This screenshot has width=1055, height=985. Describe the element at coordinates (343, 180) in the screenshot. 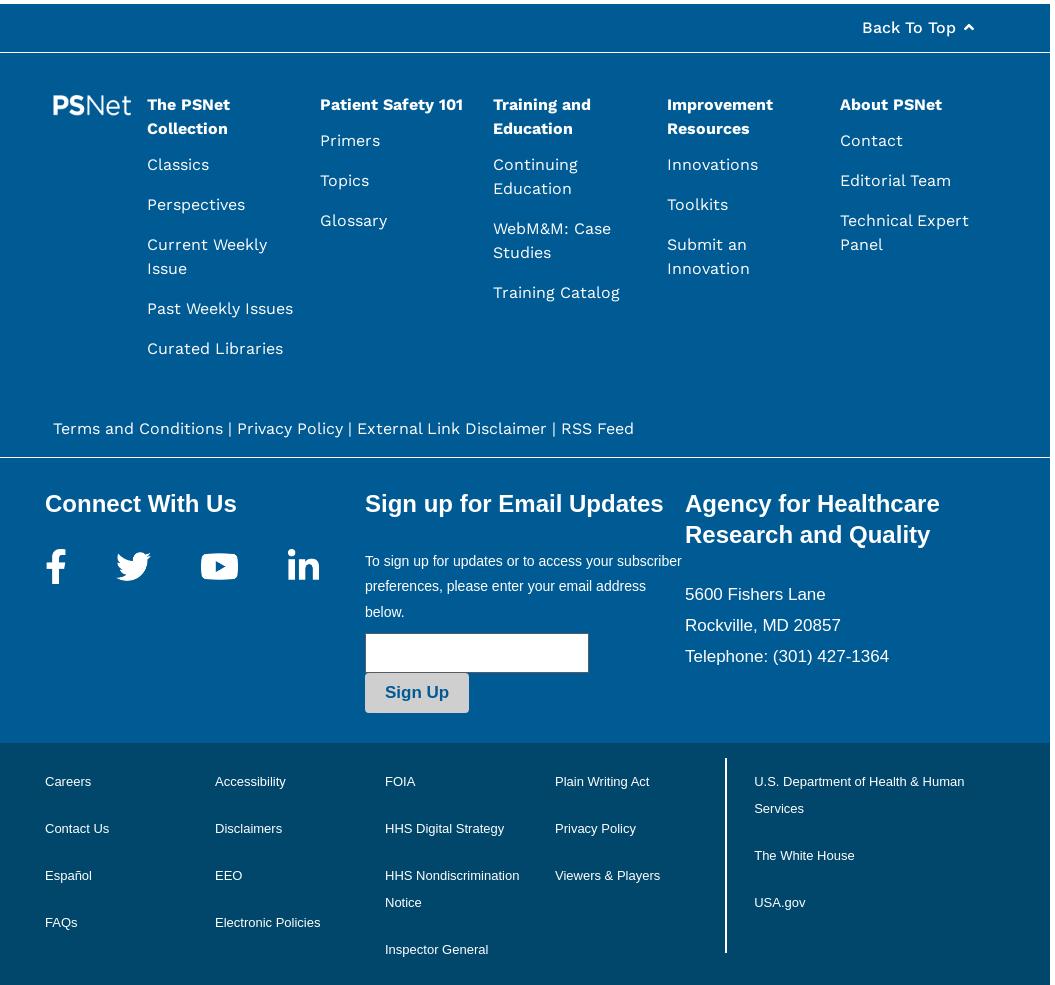

I see `'Topics'` at that location.